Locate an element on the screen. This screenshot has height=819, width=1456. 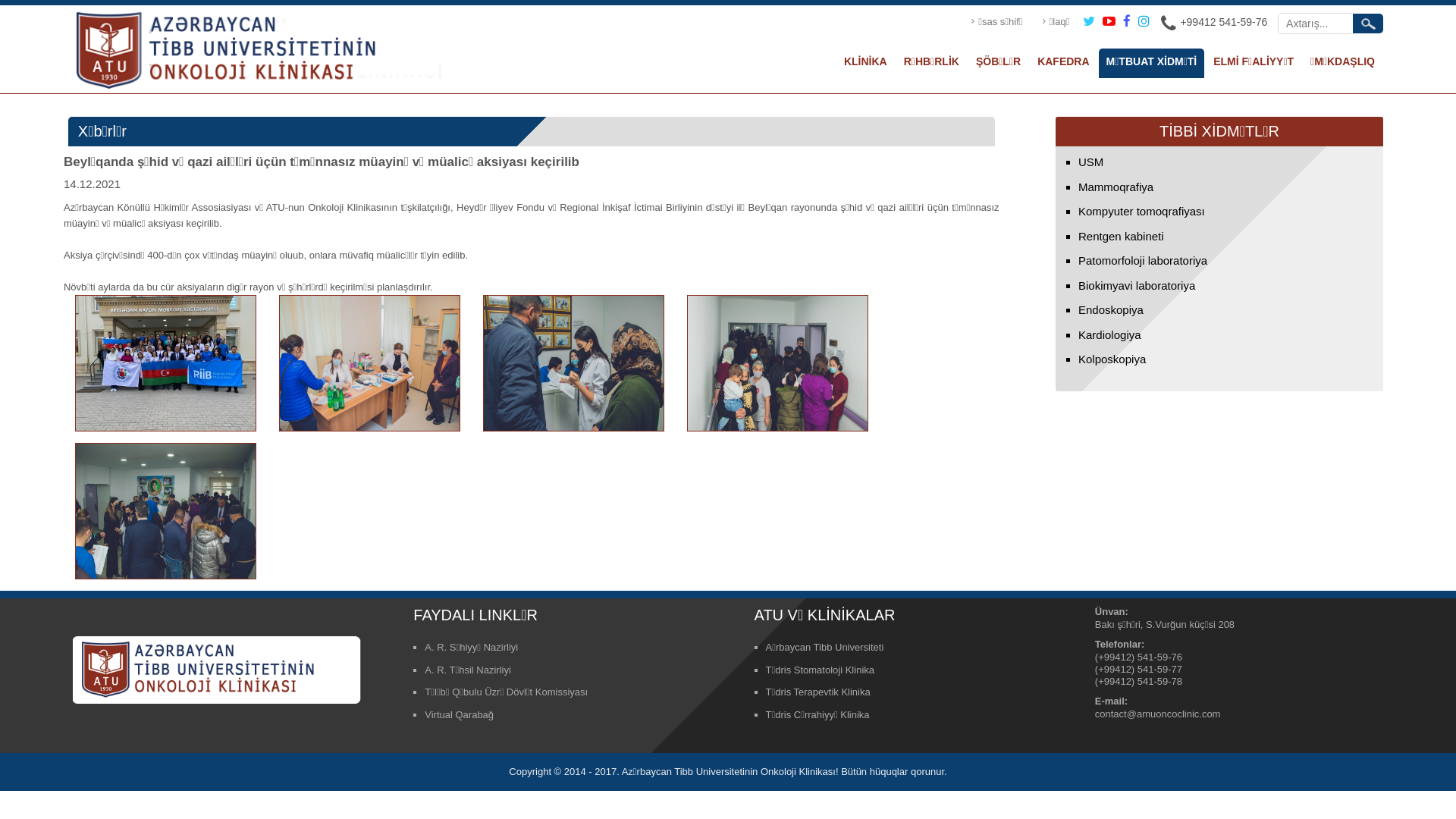
'Patomorfoloji laboratoriya' is located at coordinates (1143, 259).